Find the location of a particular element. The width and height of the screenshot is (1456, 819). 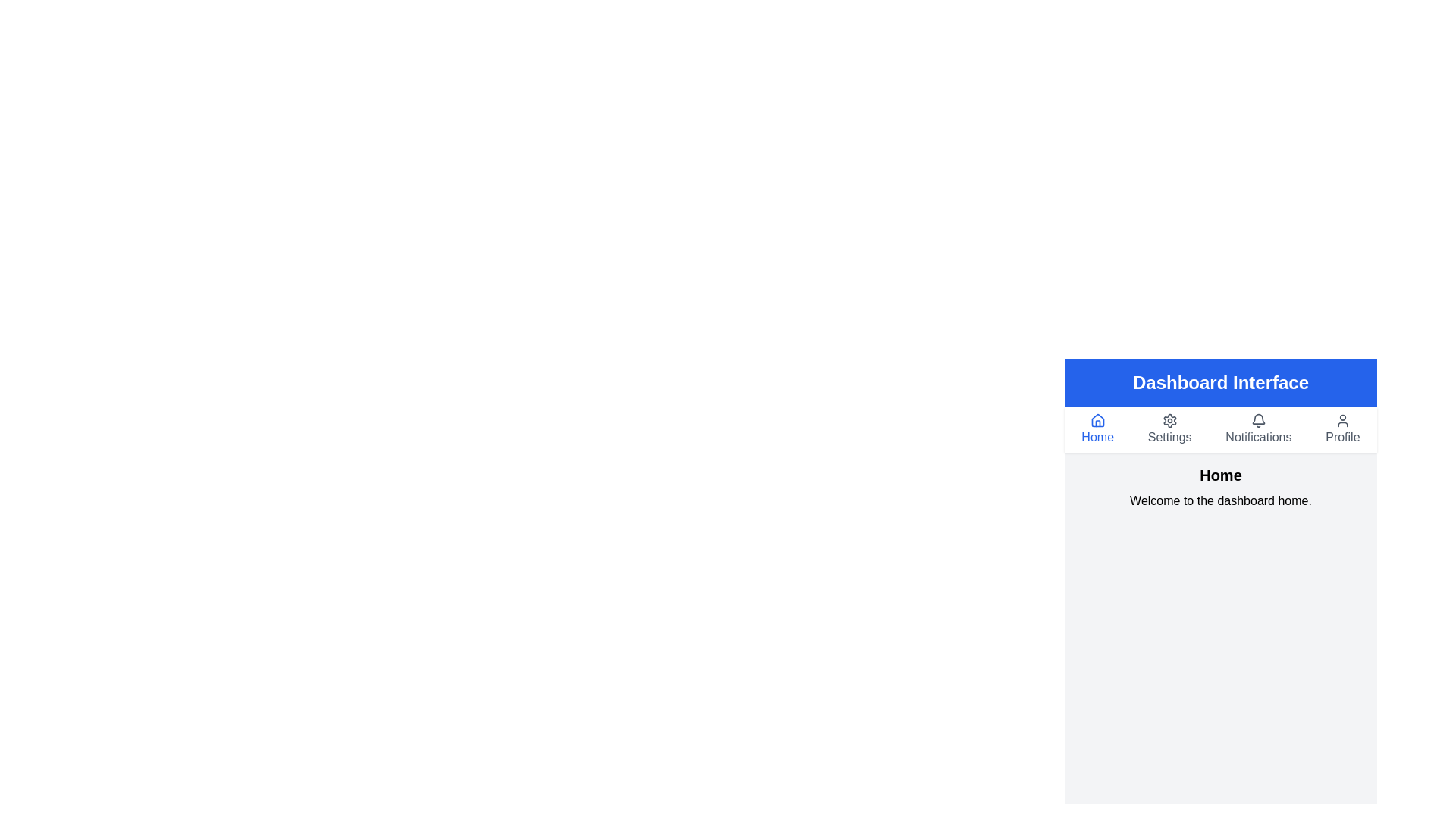

the notifications label located on the navigation bar, which is positioned between the 'Settings' and 'Profile' sections and directly below the bell icon is located at coordinates (1258, 438).